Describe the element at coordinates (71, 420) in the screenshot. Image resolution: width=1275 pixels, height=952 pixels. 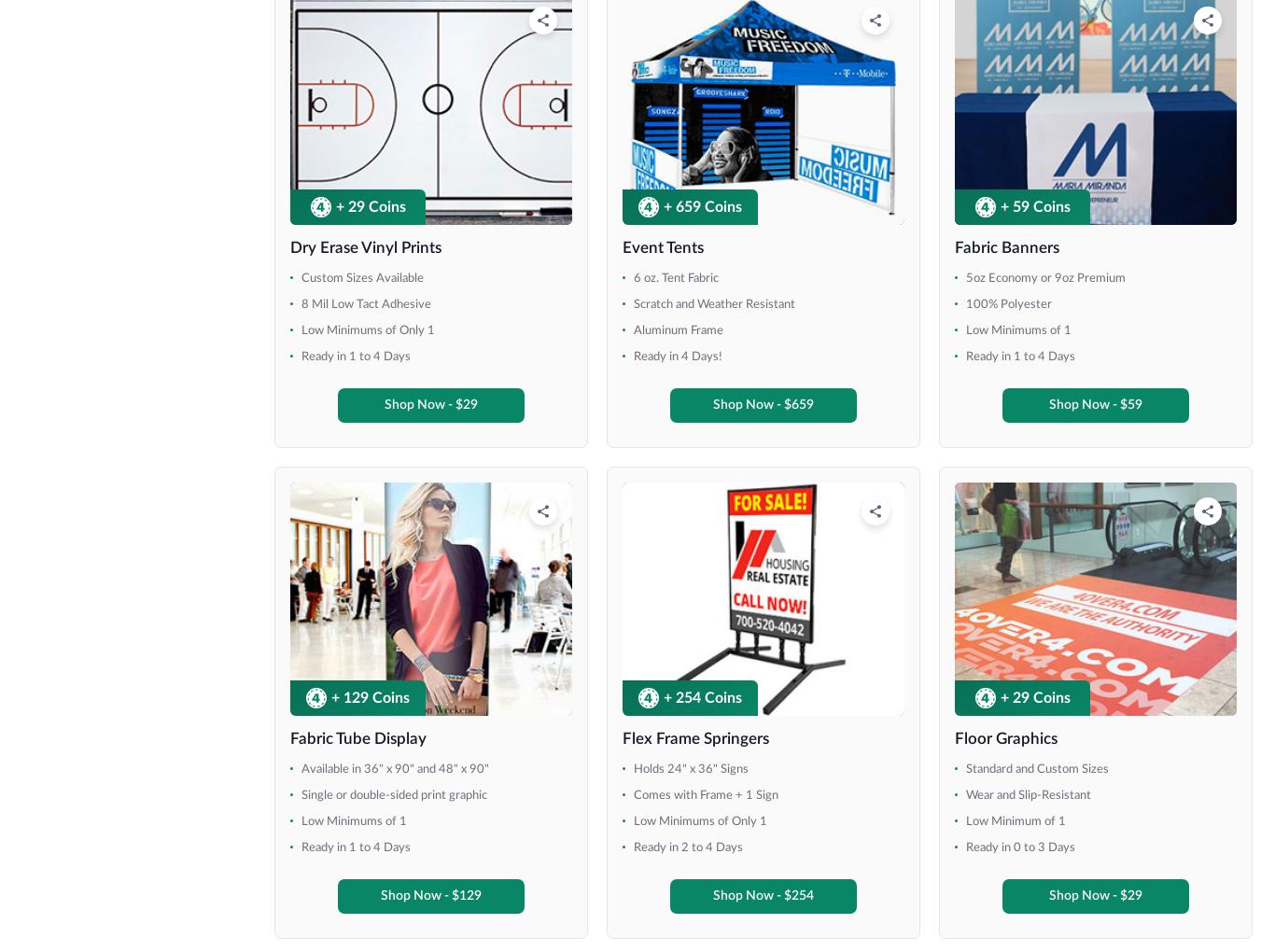
I see `'5' x 10''` at that location.